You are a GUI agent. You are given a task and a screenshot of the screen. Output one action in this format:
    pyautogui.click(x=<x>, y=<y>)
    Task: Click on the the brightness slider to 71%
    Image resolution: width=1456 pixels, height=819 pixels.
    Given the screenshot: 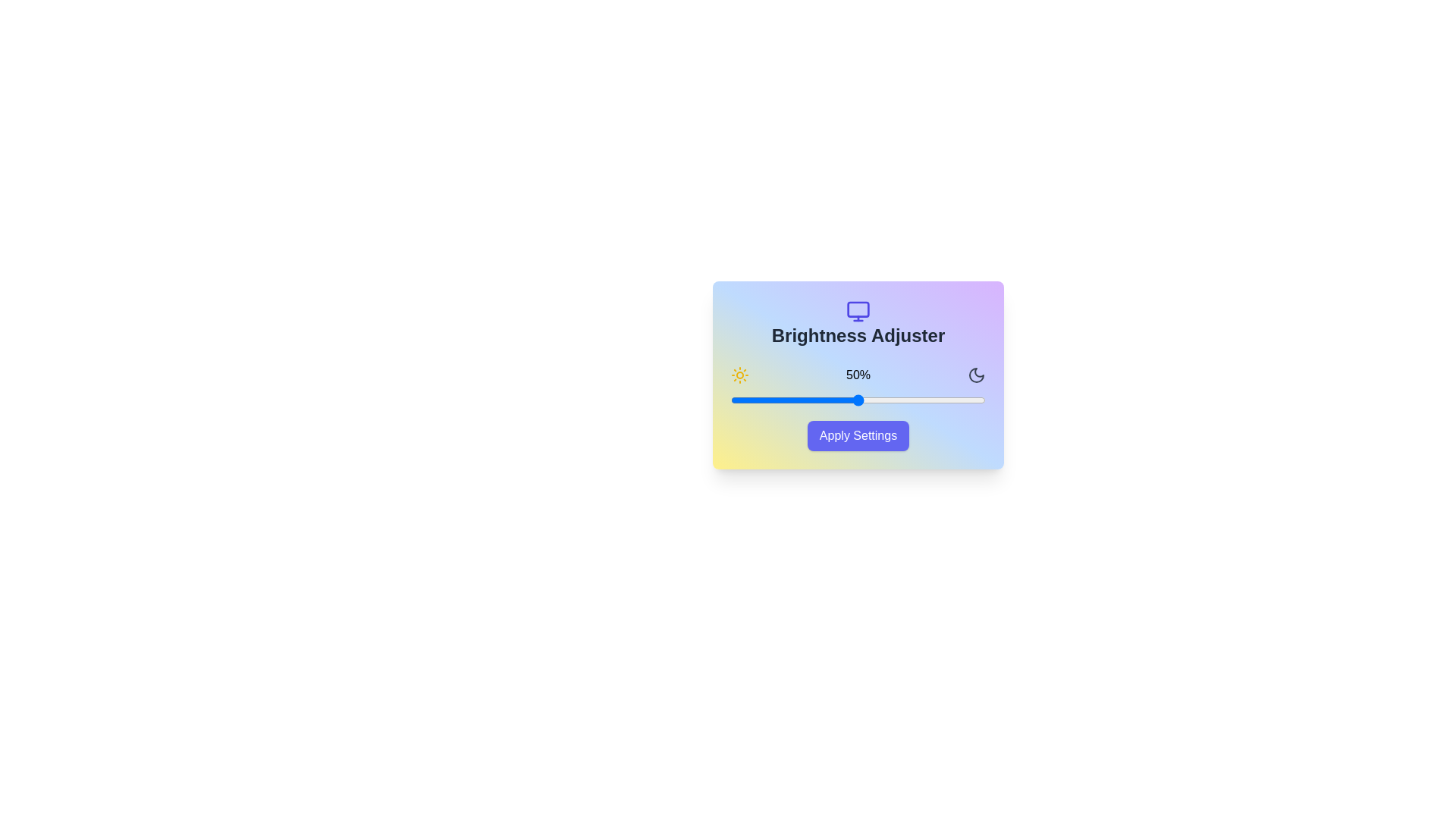 What is the action you would take?
    pyautogui.click(x=911, y=400)
    